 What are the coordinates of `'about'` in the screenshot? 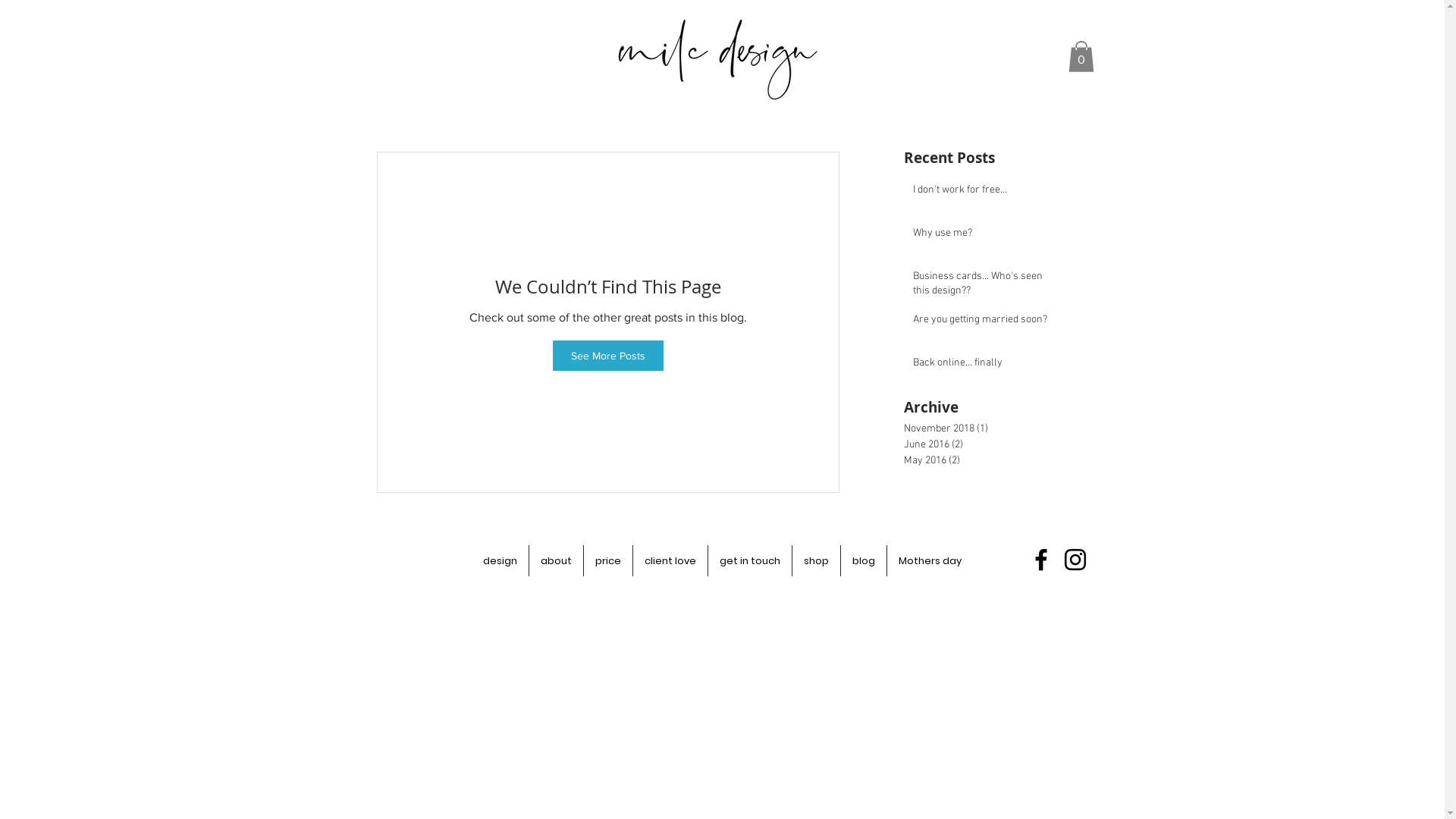 It's located at (555, 560).